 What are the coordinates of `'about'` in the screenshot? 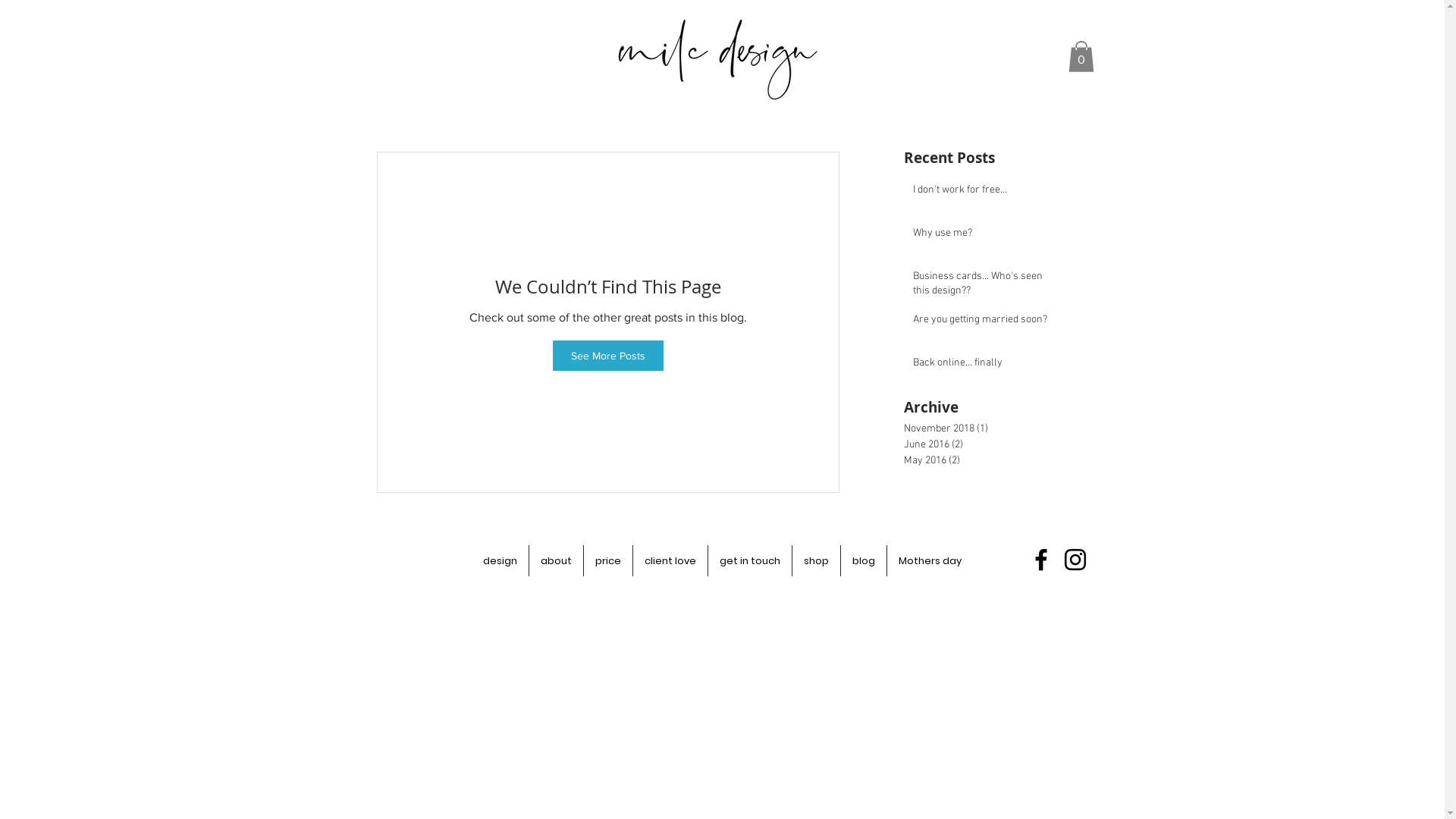 It's located at (555, 560).